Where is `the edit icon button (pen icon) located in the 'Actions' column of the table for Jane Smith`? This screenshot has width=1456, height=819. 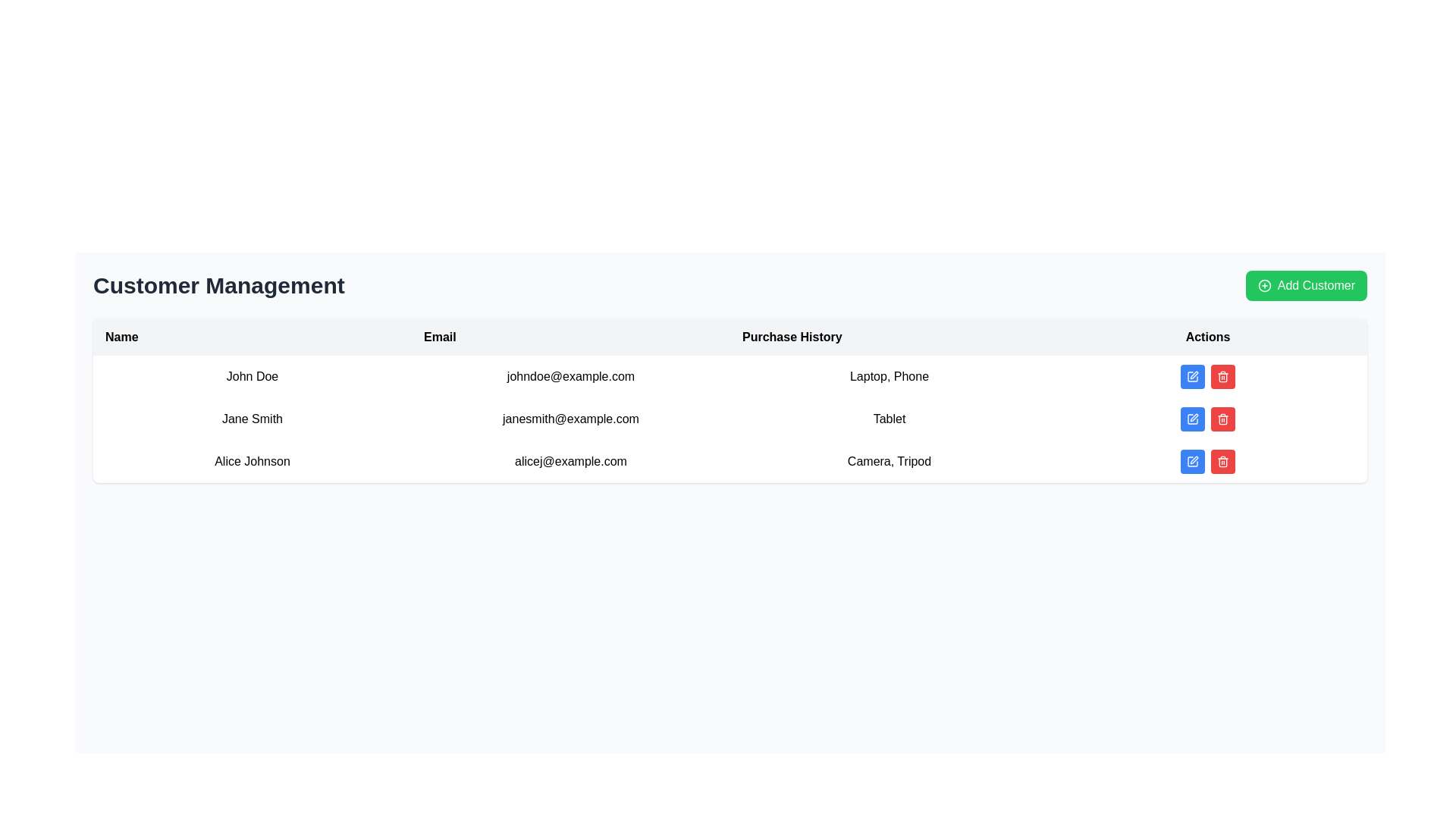 the edit icon button (pen icon) located in the 'Actions' column of the table for Jane Smith is located at coordinates (1193, 418).